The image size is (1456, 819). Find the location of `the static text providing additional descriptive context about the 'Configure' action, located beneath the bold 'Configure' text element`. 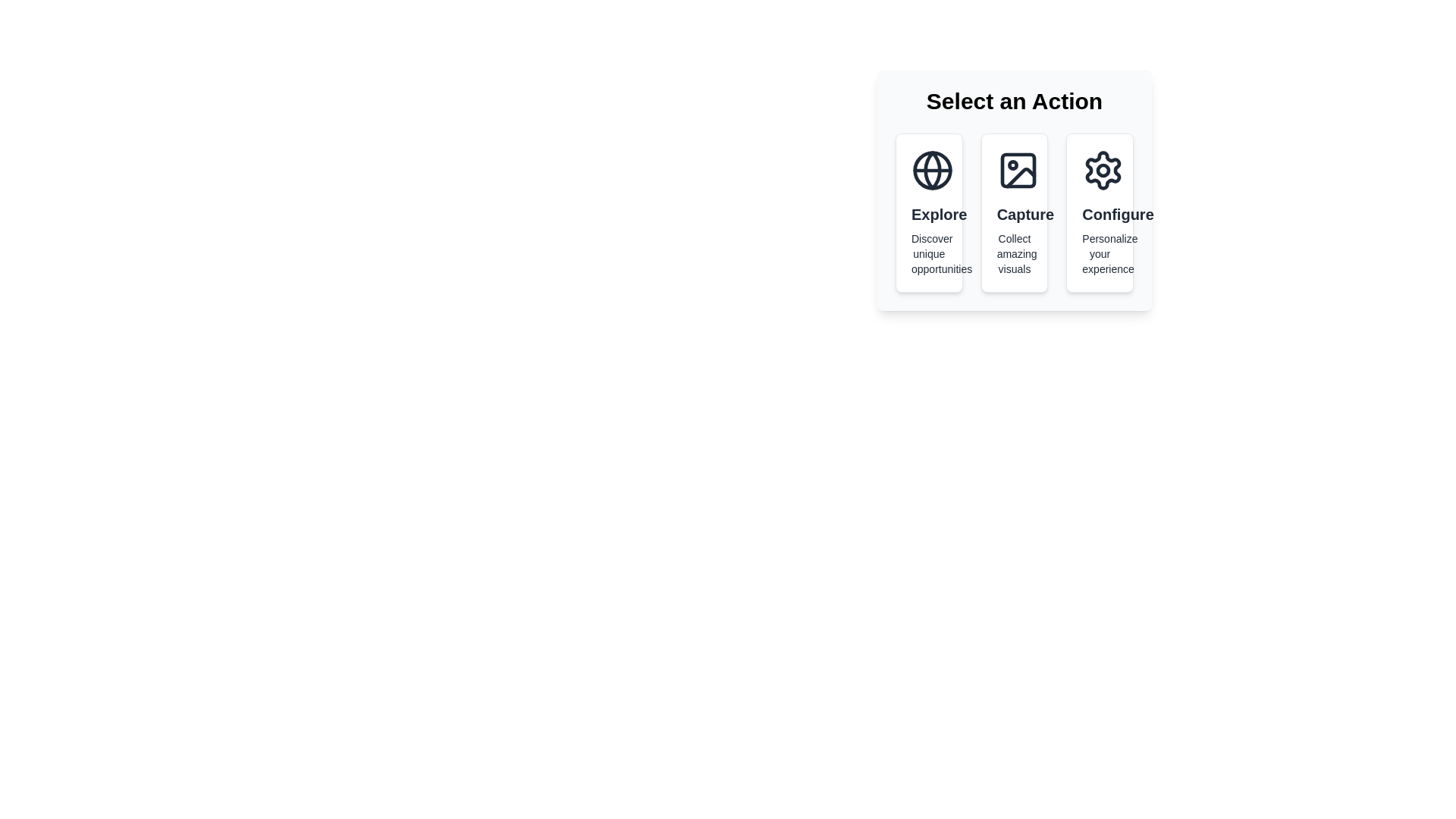

the static text providing additional descriptive context about the 'Configure' action, located beneath the bold 'Configure' text element is located at coordinates (1100, 253).